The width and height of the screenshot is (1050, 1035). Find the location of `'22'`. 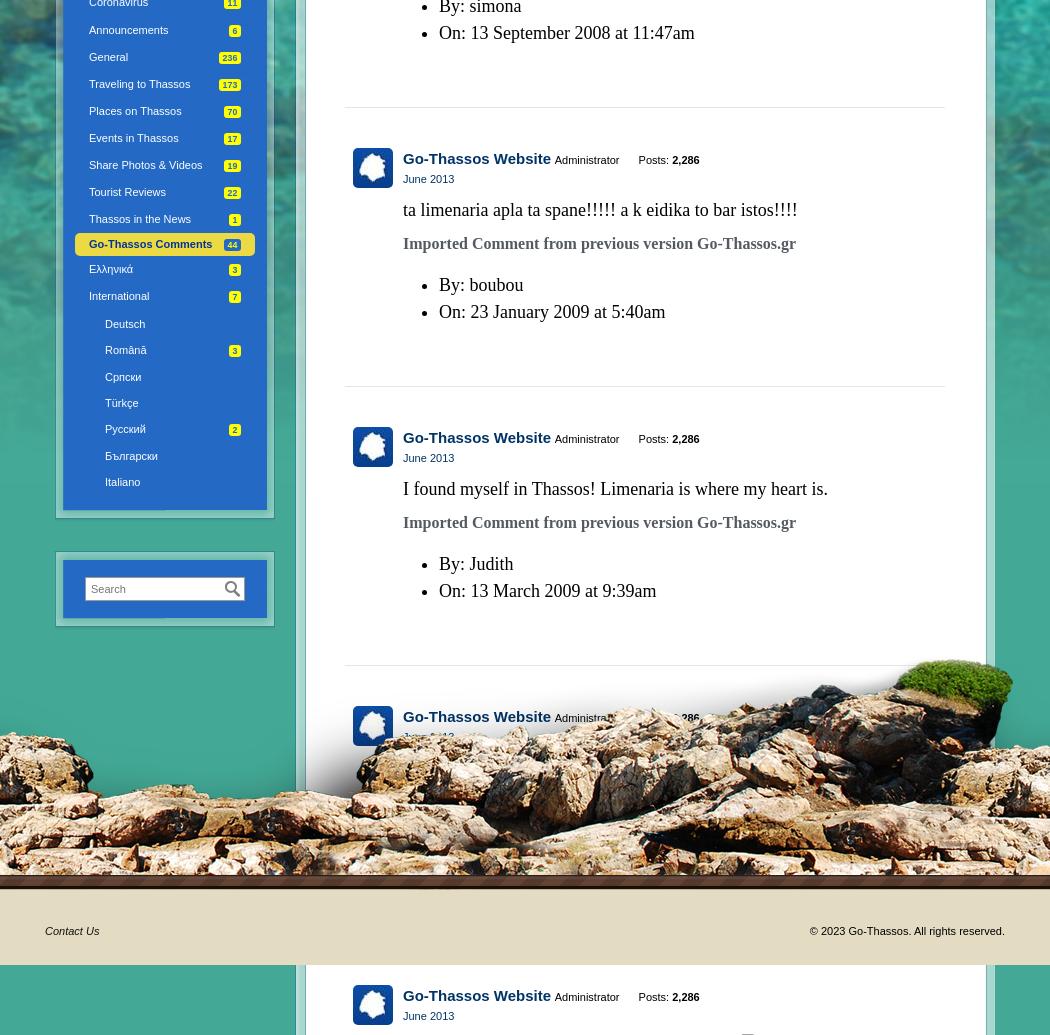

'22' is located at coordinates (232, 193).